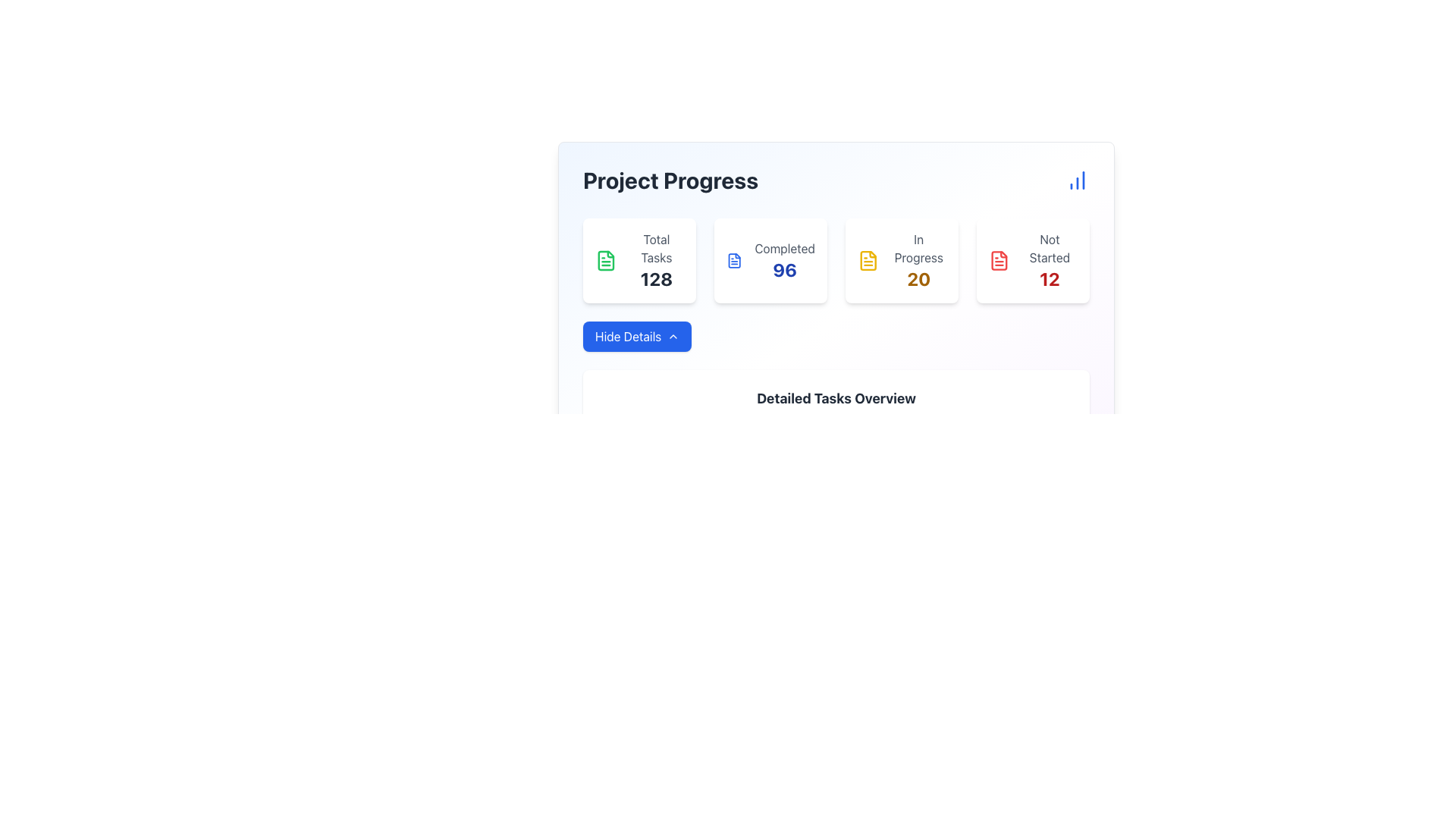  What do you see at coordinates (605, 259) in the screenshot?
I see `the green document icon located at the top-left corner of the 'Total Tasks' card` at bounding box center [605, 259].